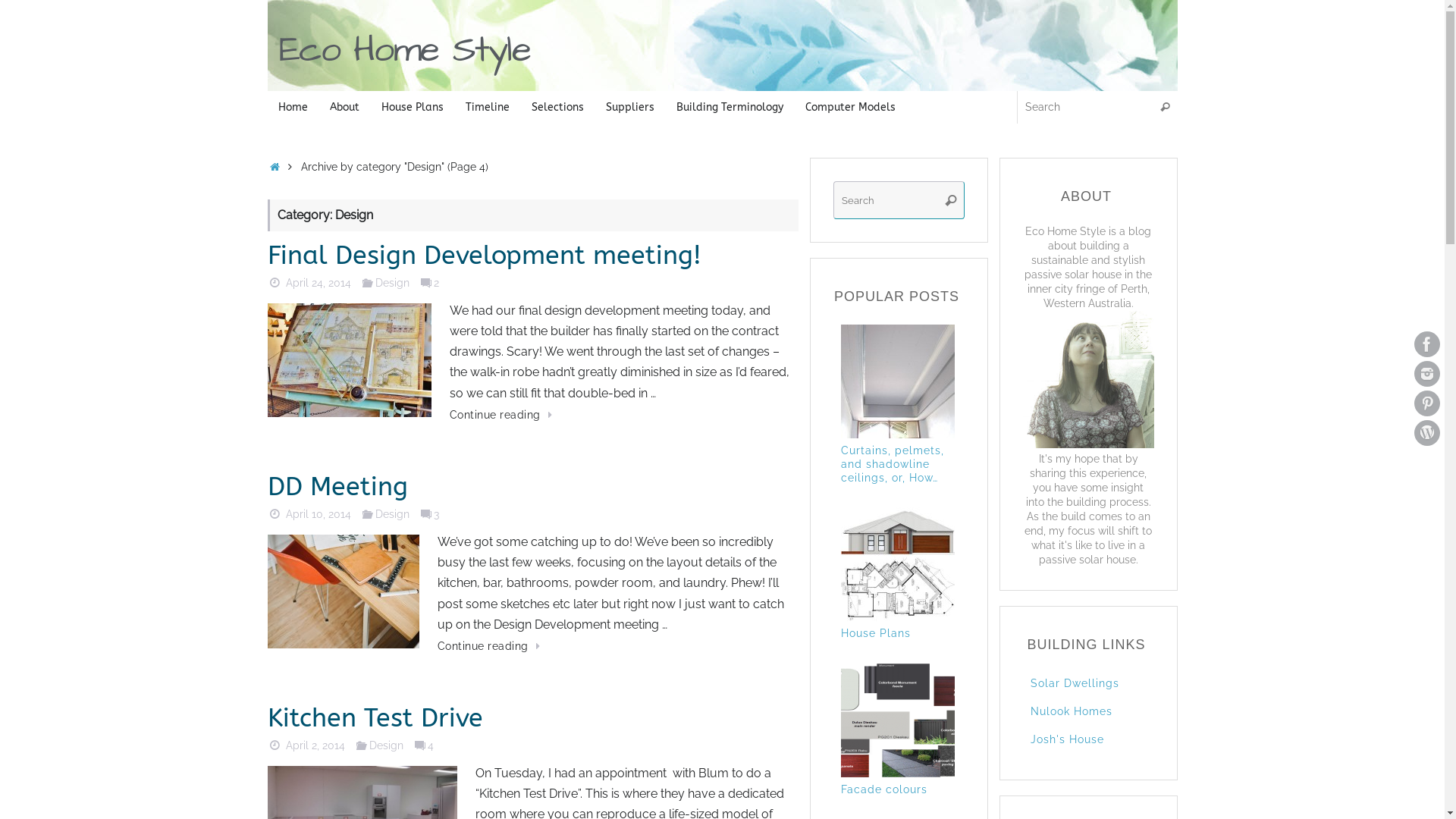 Image resolution: width=1456 pixels, height=819 pixels. I want to click on '2', so click(428, 282).